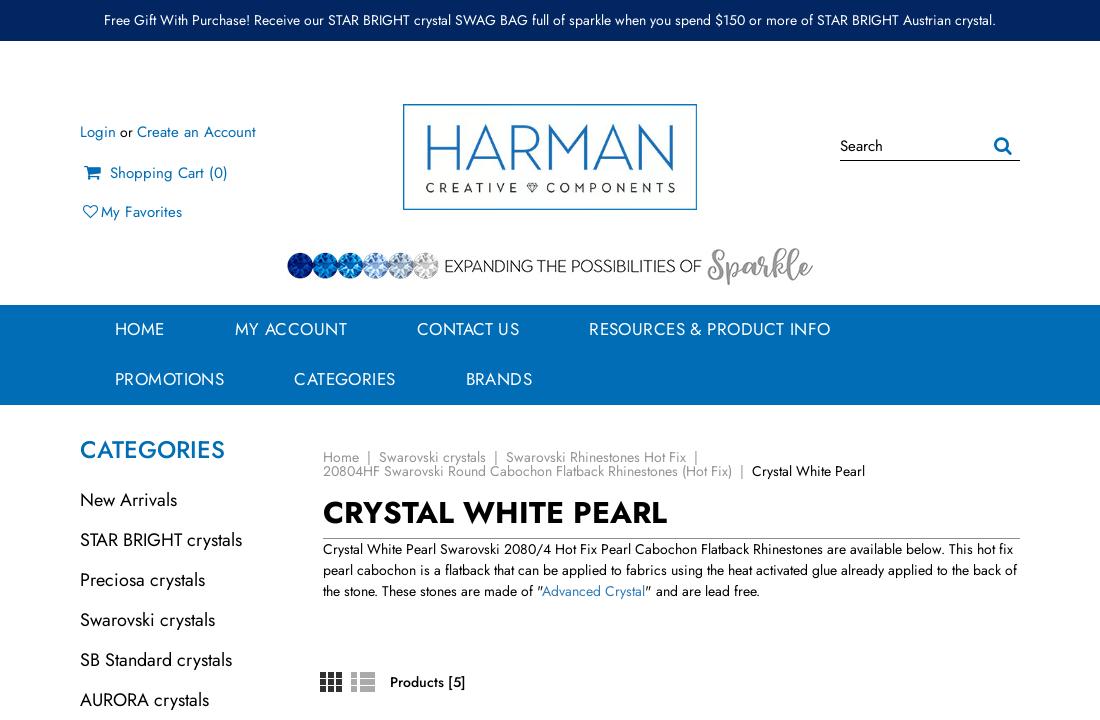 This screenshot has width=1100, height=720. Describe the element at coordinates (498, 379) in the screenshot. I see `'Brands'` at that location.